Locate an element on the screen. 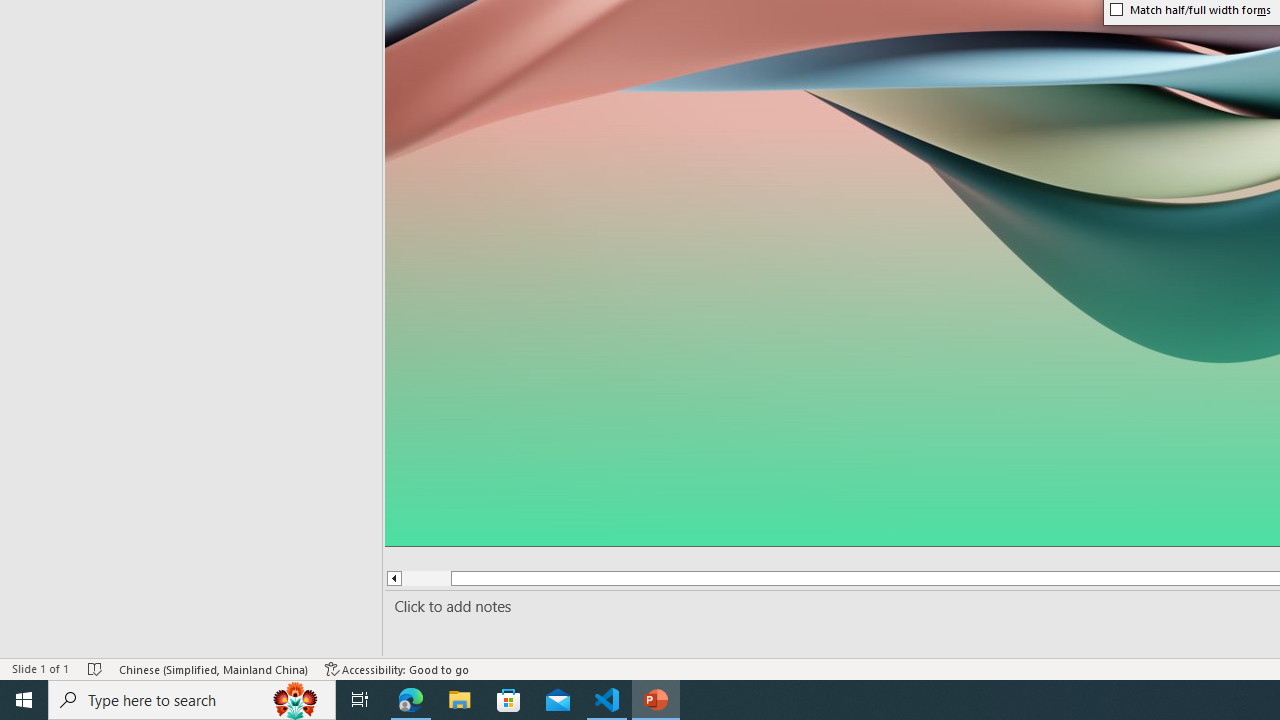 The height and width of the screenshot is (720, 1280). 'Page up' is located at coordinates (425, 578).